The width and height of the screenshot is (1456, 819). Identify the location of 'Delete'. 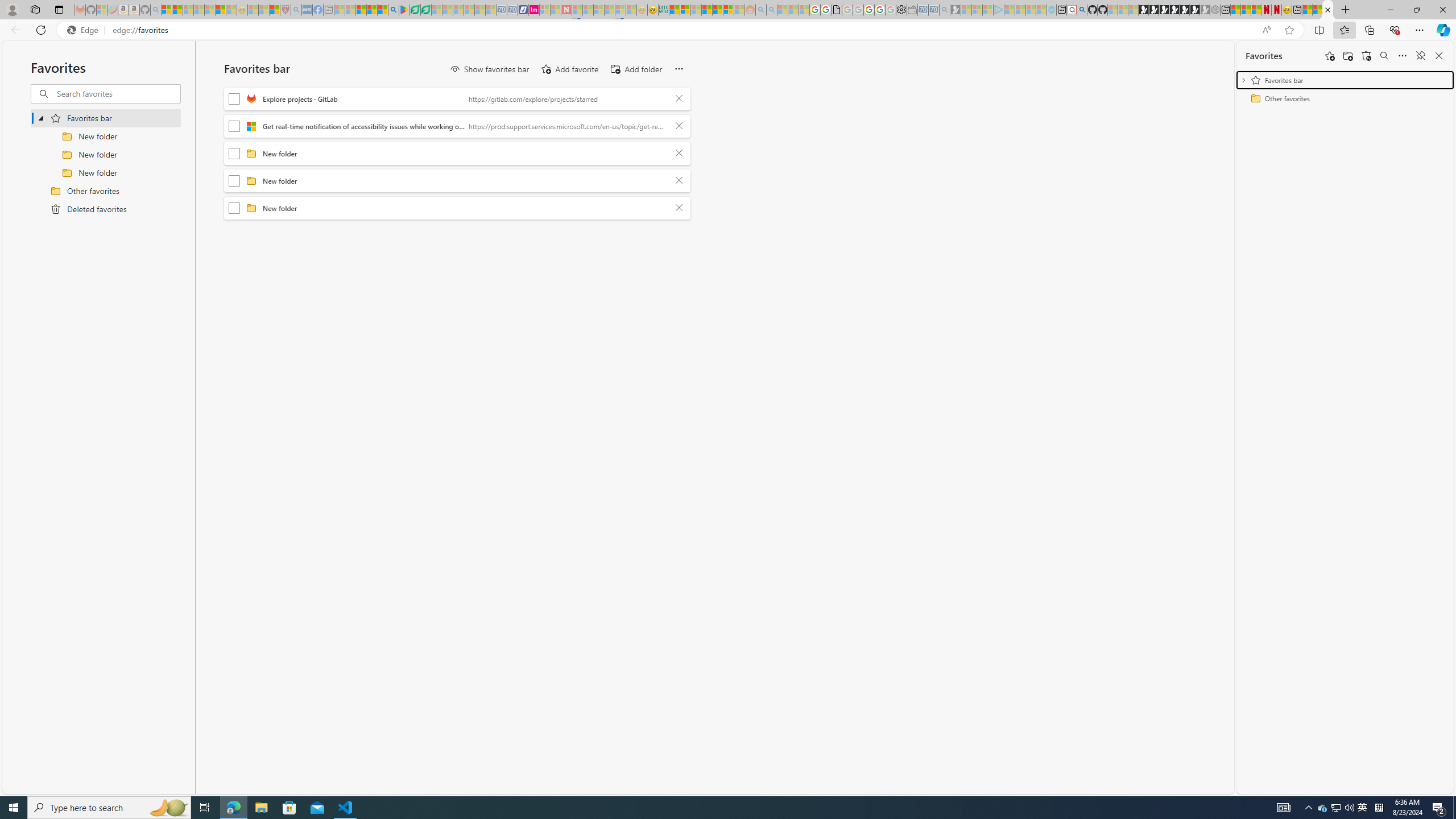
(679, 207).